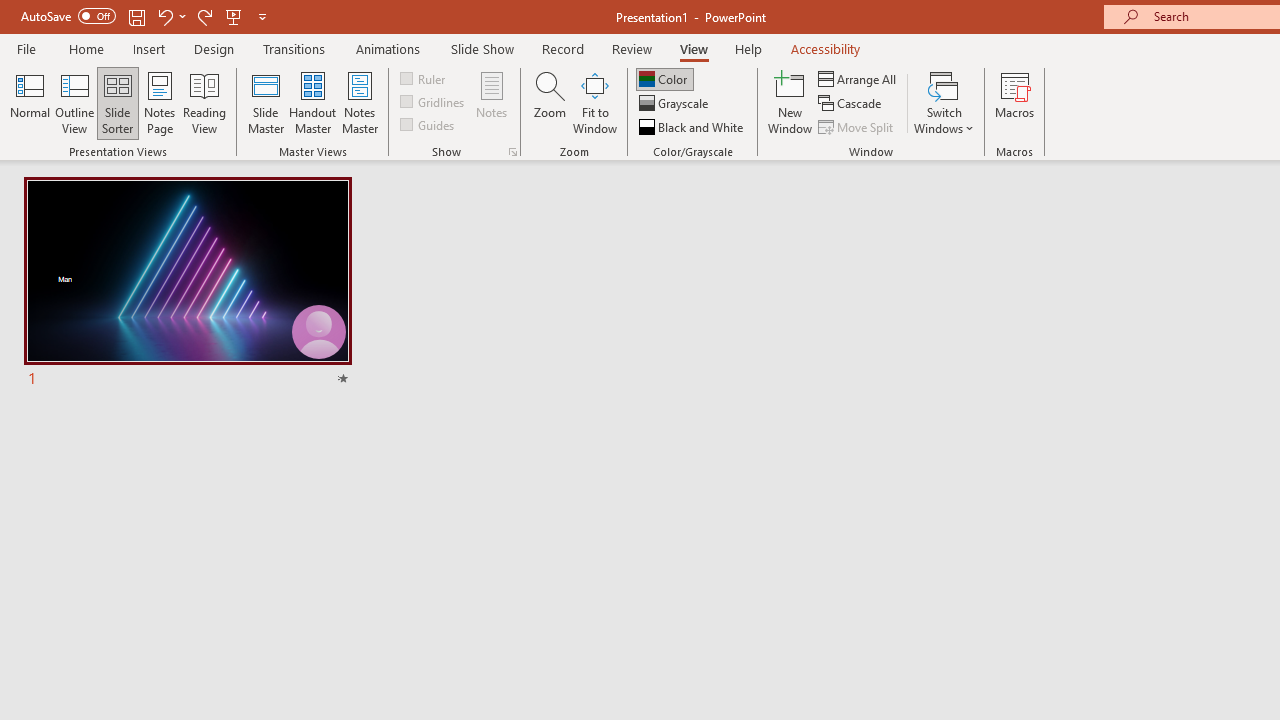  What do you see at coordinates (160, 103) in the screenshot?
I see `'Notes Page'` at bounding box center [160, 103].